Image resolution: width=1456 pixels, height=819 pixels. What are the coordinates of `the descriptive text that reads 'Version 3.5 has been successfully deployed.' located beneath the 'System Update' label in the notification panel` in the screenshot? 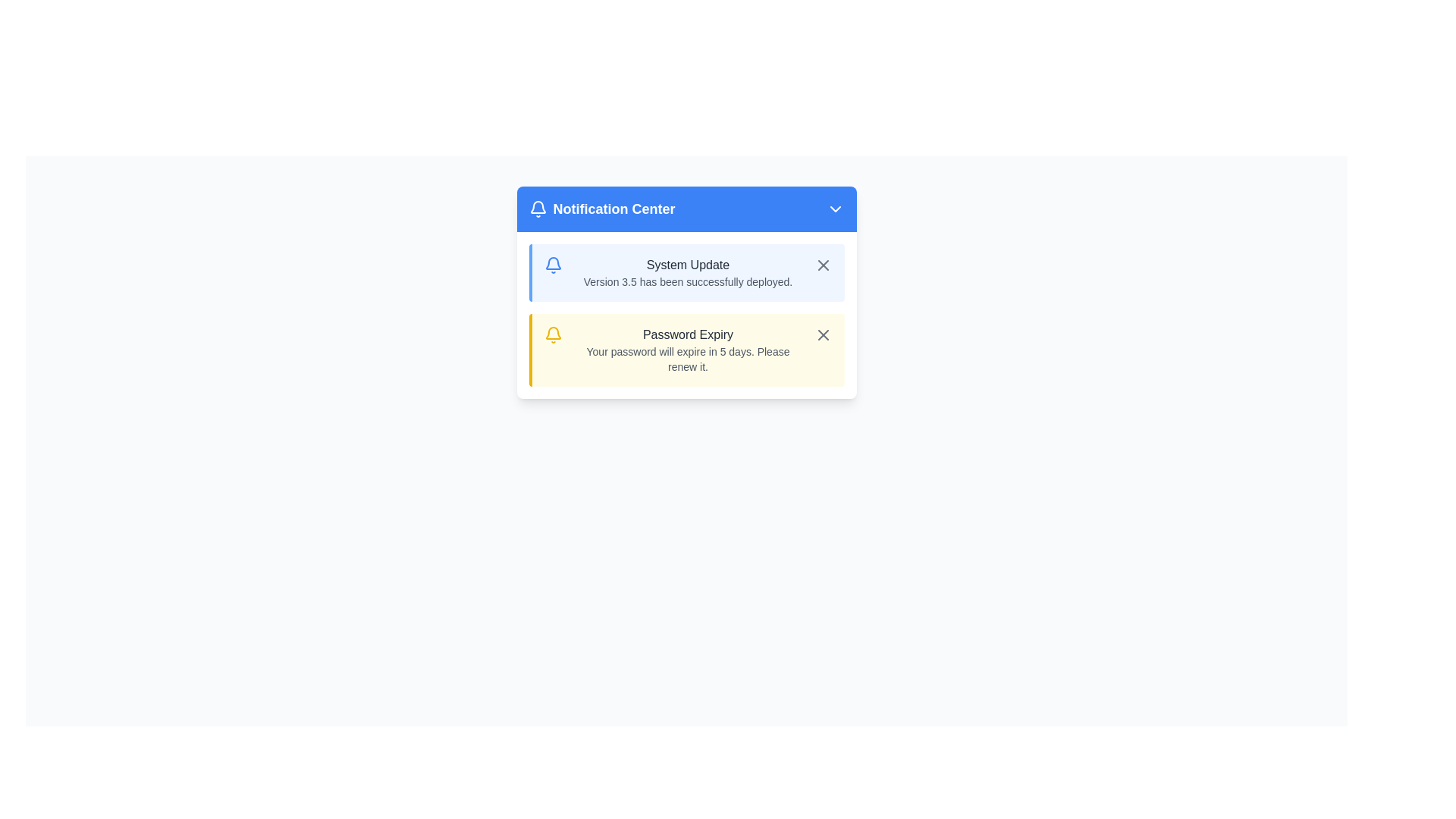 It's located at (687, 281).